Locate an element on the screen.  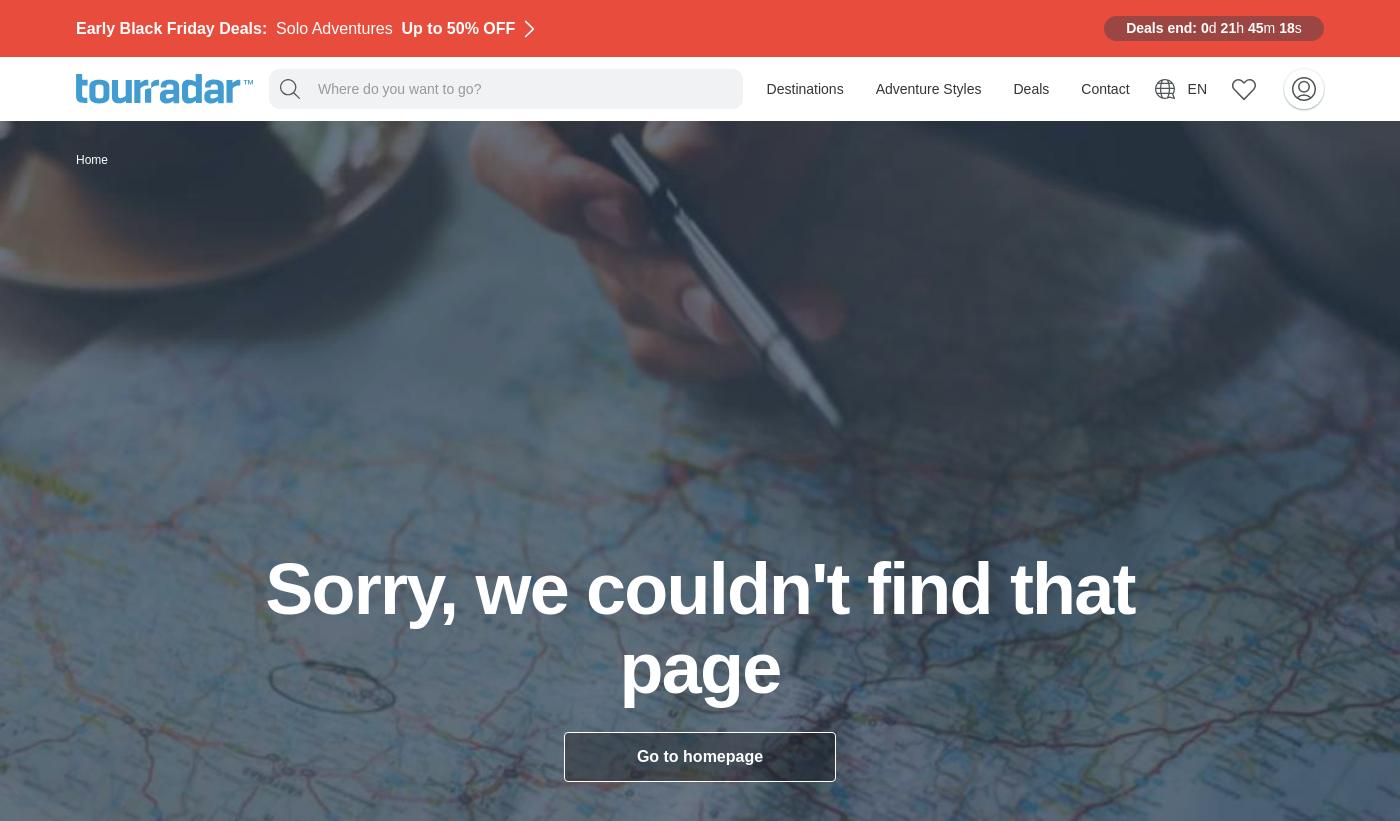
's' is located at coordinates (1297, 26).